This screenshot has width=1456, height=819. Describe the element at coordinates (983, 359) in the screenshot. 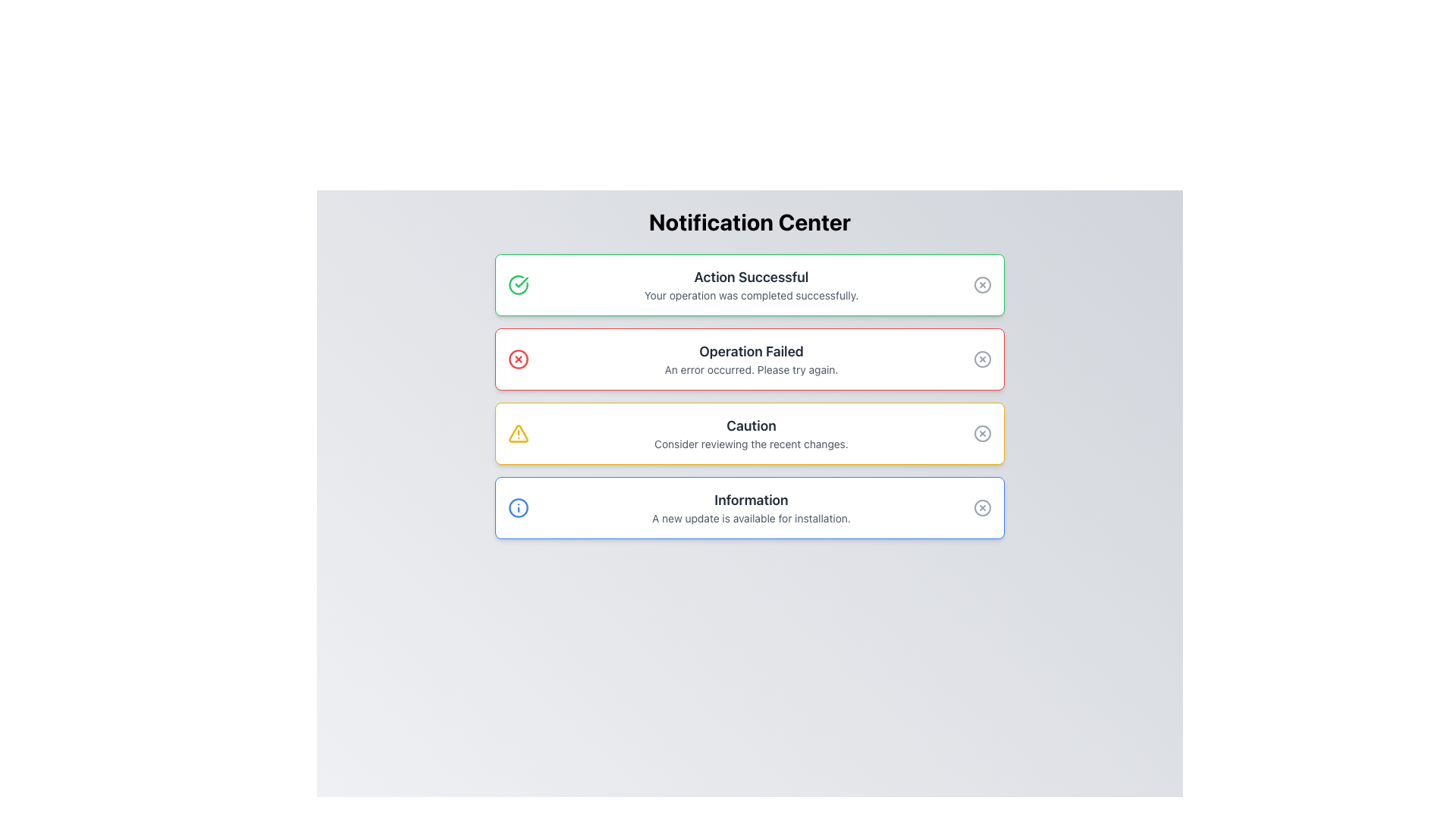

I see `the circular close (X) button located in the top-right corner of the 'Operation Failed' notification box to trigger the color change` at that location.